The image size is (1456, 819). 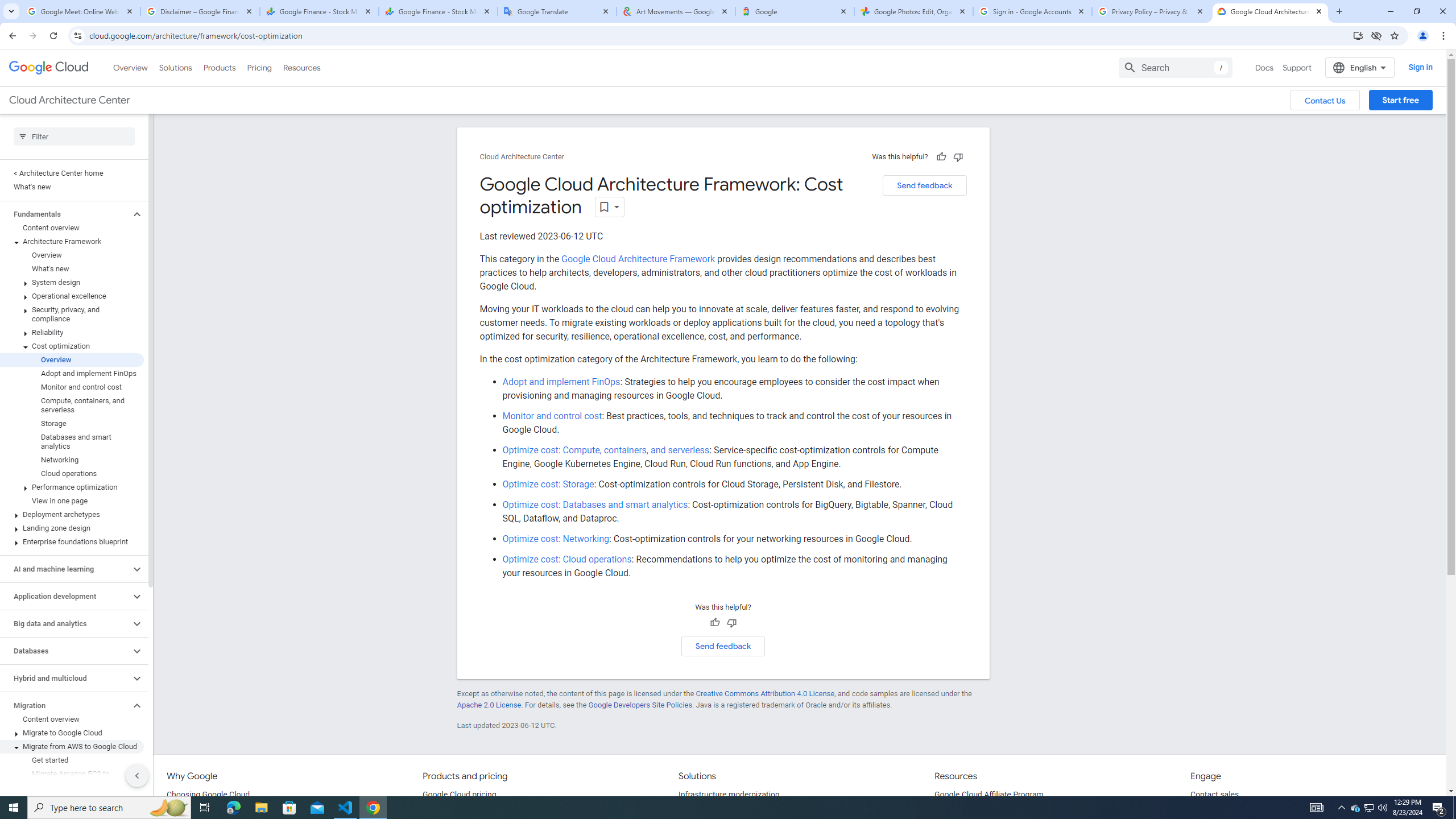 What do you see at coordinates (1324, 100) in the screenshot?
I see `'Contact Us'` at bounding box center [1324, 100].